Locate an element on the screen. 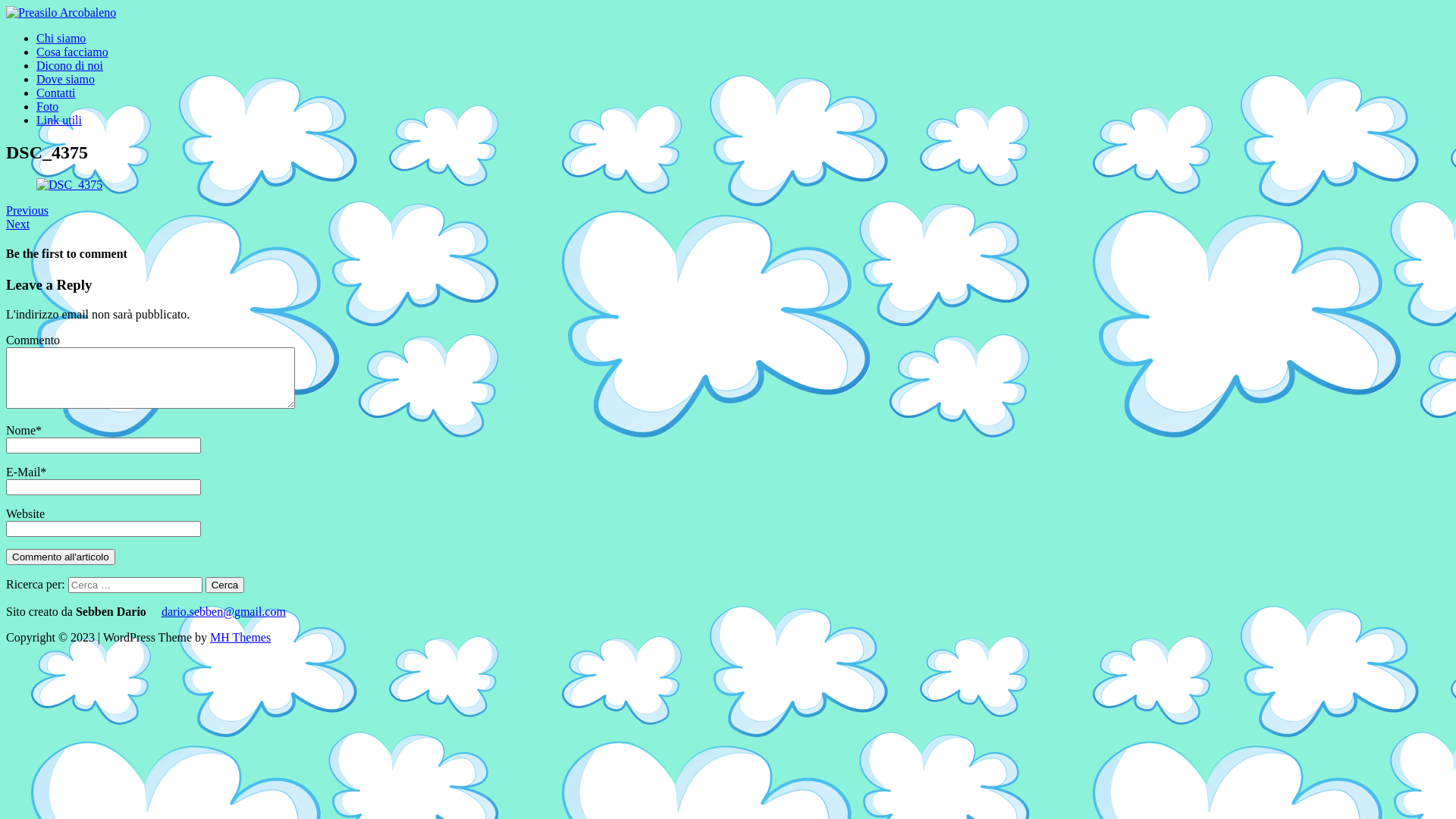 The image size is (1456, 819). 'Next' is located at coordinates (17, 224).